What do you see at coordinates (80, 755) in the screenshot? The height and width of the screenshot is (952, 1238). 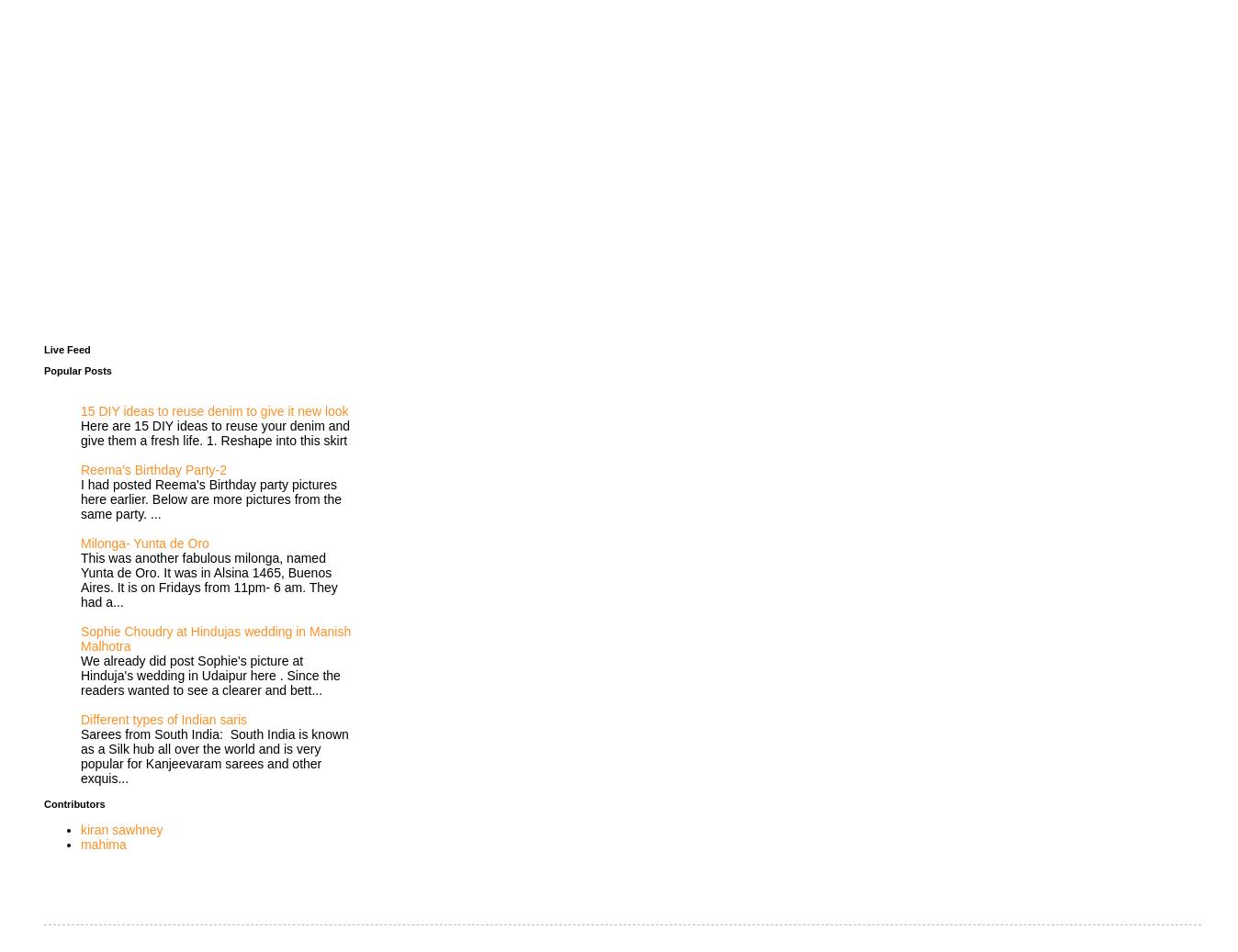 I see `'Sarees from South India:  South India is known as a Silk hub all over the world and is very popular for Kanjeevaram sarees and other exquis...'` at bounding box center [80, 755].